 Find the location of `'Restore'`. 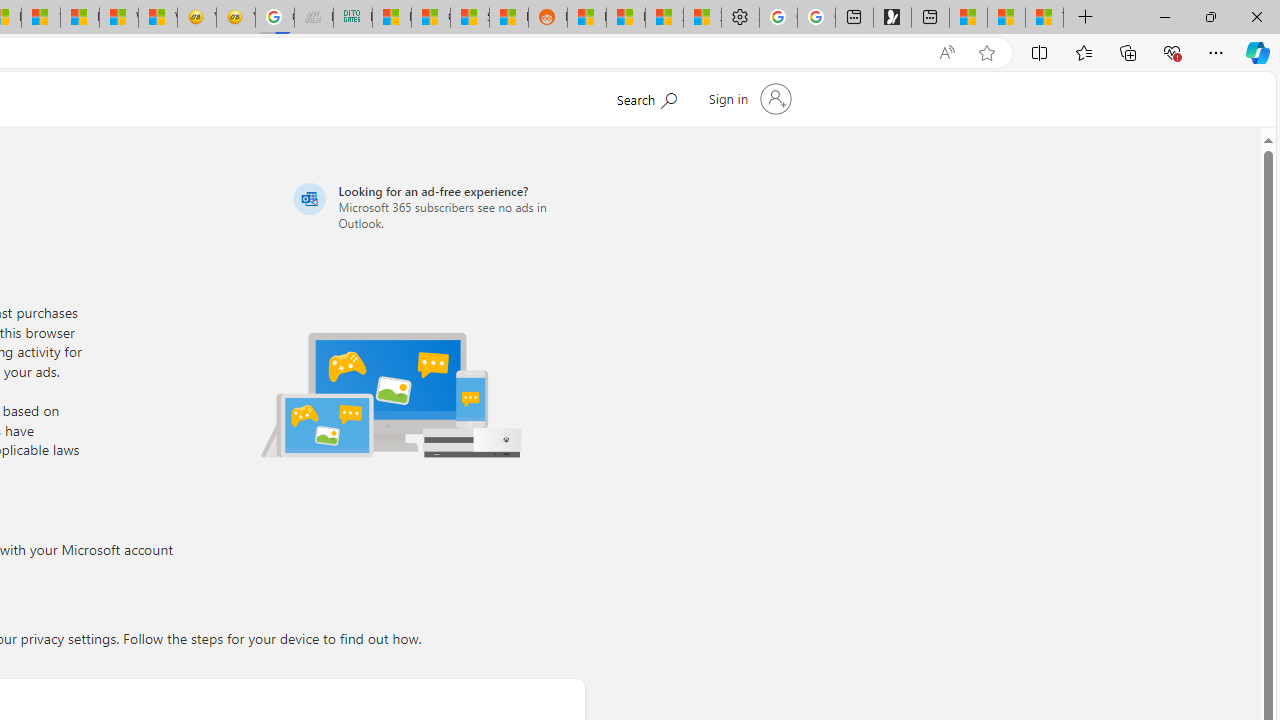

'Restore' is located at coordinates (1209, 16).